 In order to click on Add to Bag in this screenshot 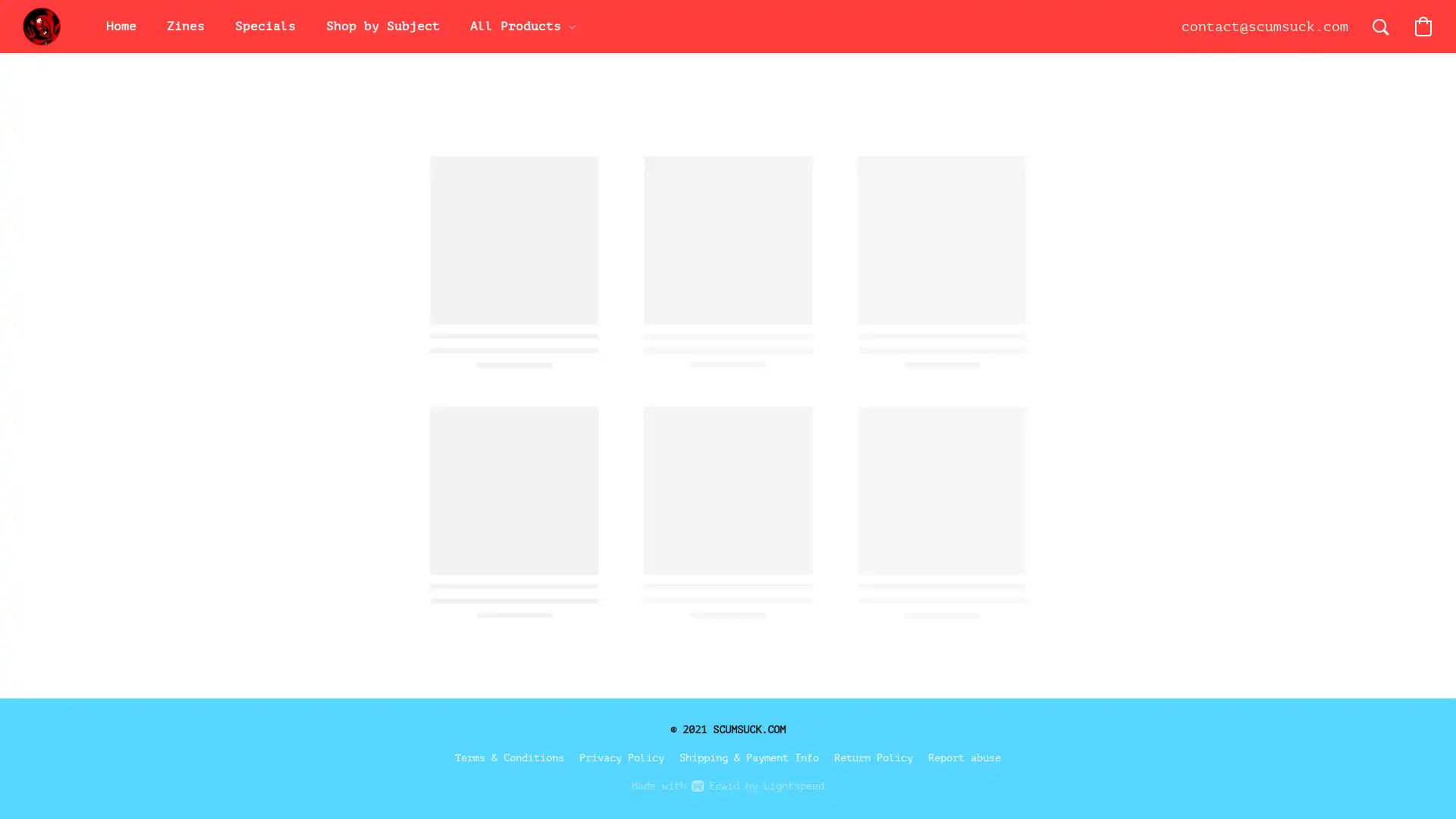, I will do `click(993, 573)`.